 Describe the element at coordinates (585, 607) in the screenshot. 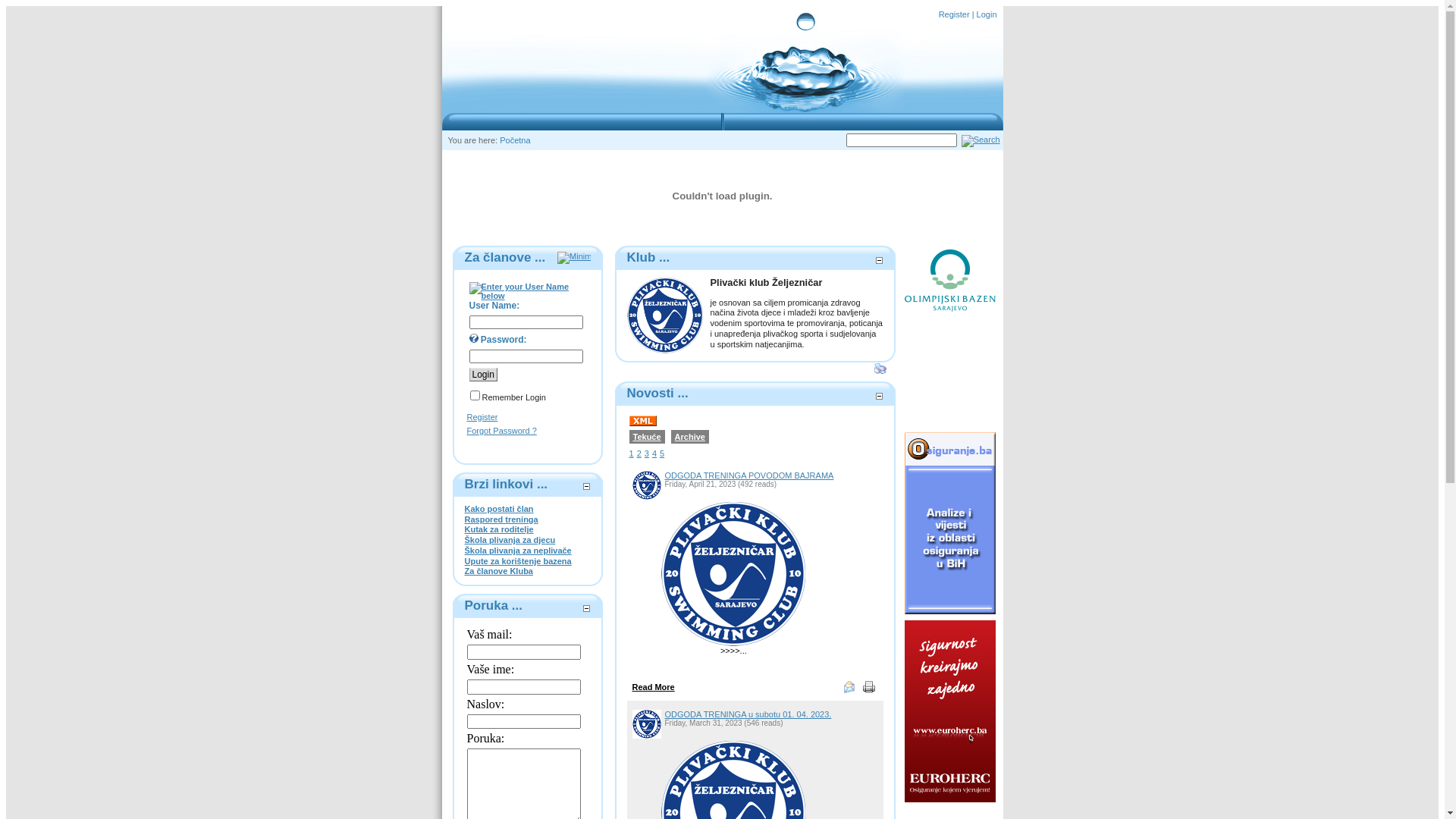

I see `'Minimize'` at that location.